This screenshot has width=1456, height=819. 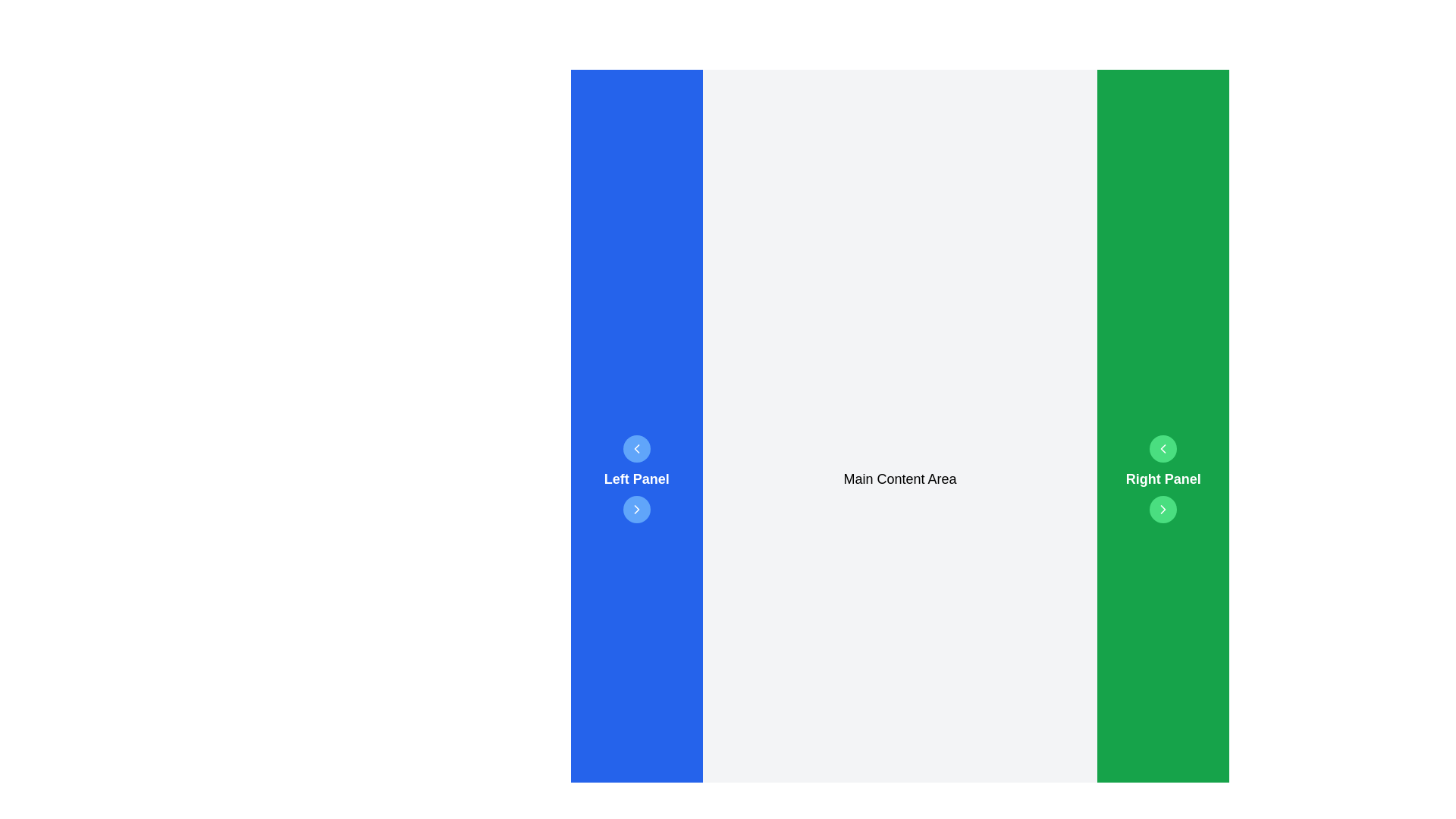 I want to click on the left-pointing chevron icon with a white stroke on a green circular background, so click(x=1163, y=447).